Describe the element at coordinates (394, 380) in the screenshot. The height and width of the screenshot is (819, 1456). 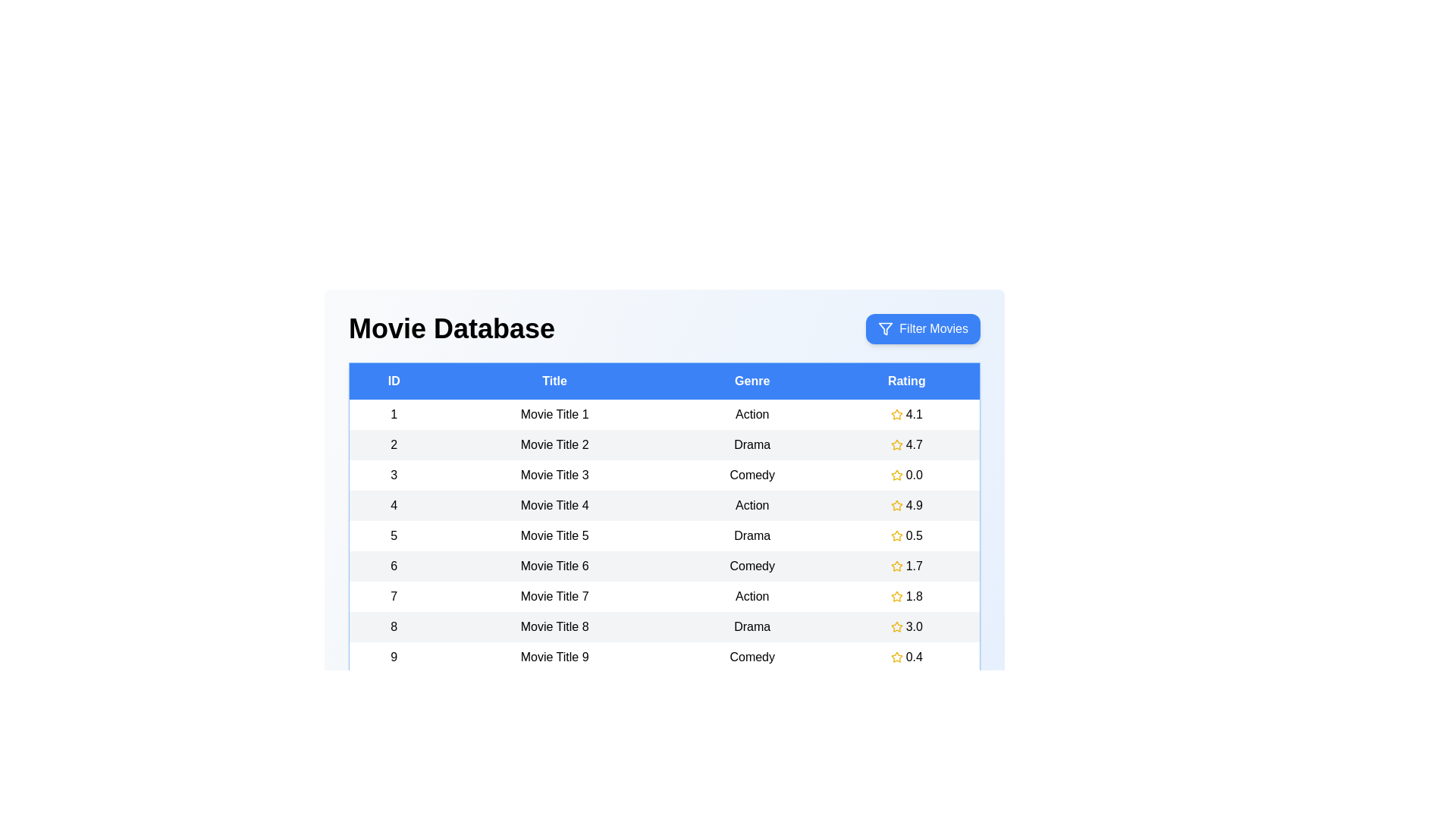
I see `the column header to sort the table by ID` at that location.